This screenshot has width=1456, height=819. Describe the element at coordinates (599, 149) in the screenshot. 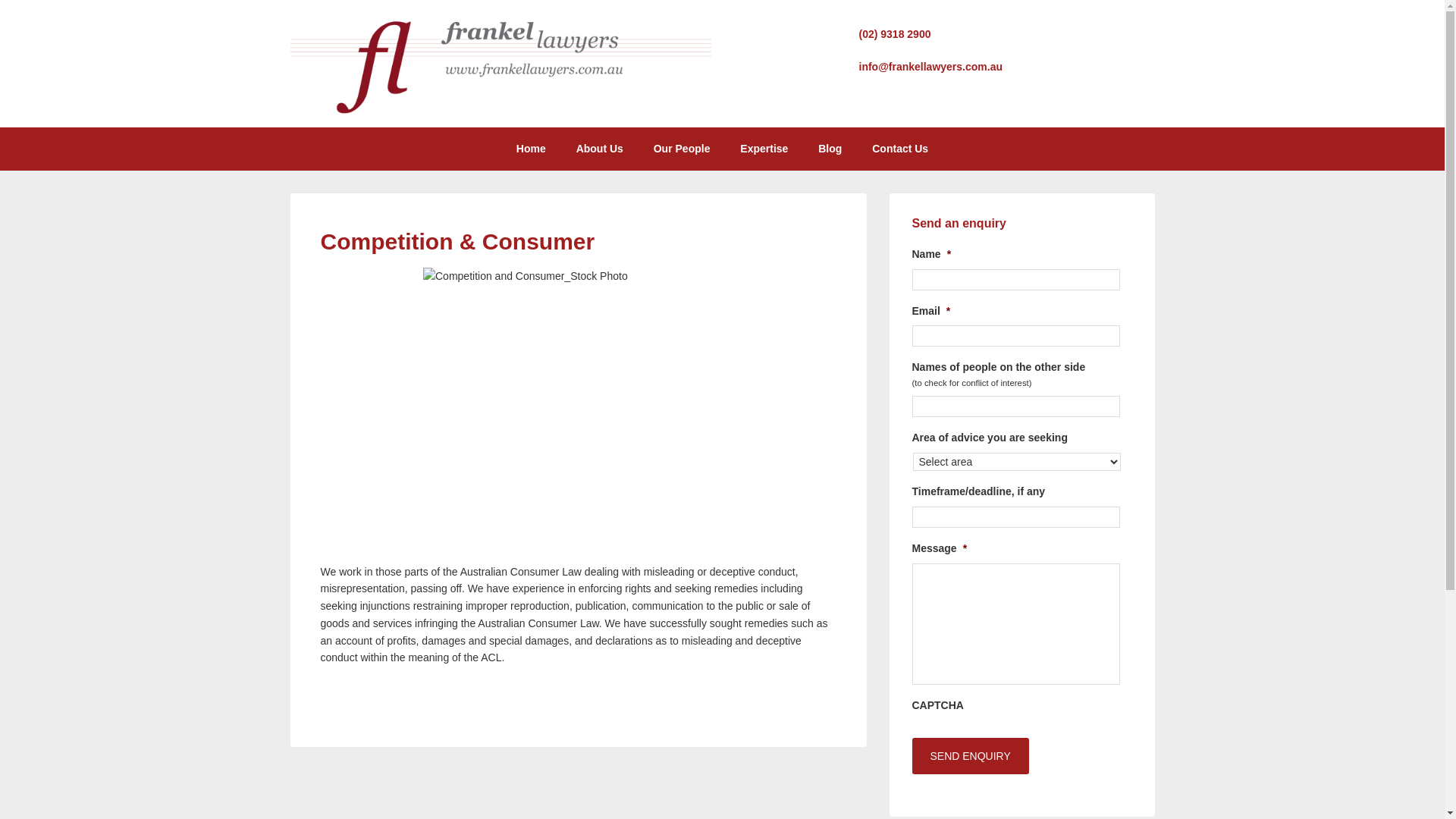

I see `'About Us'` at that location.